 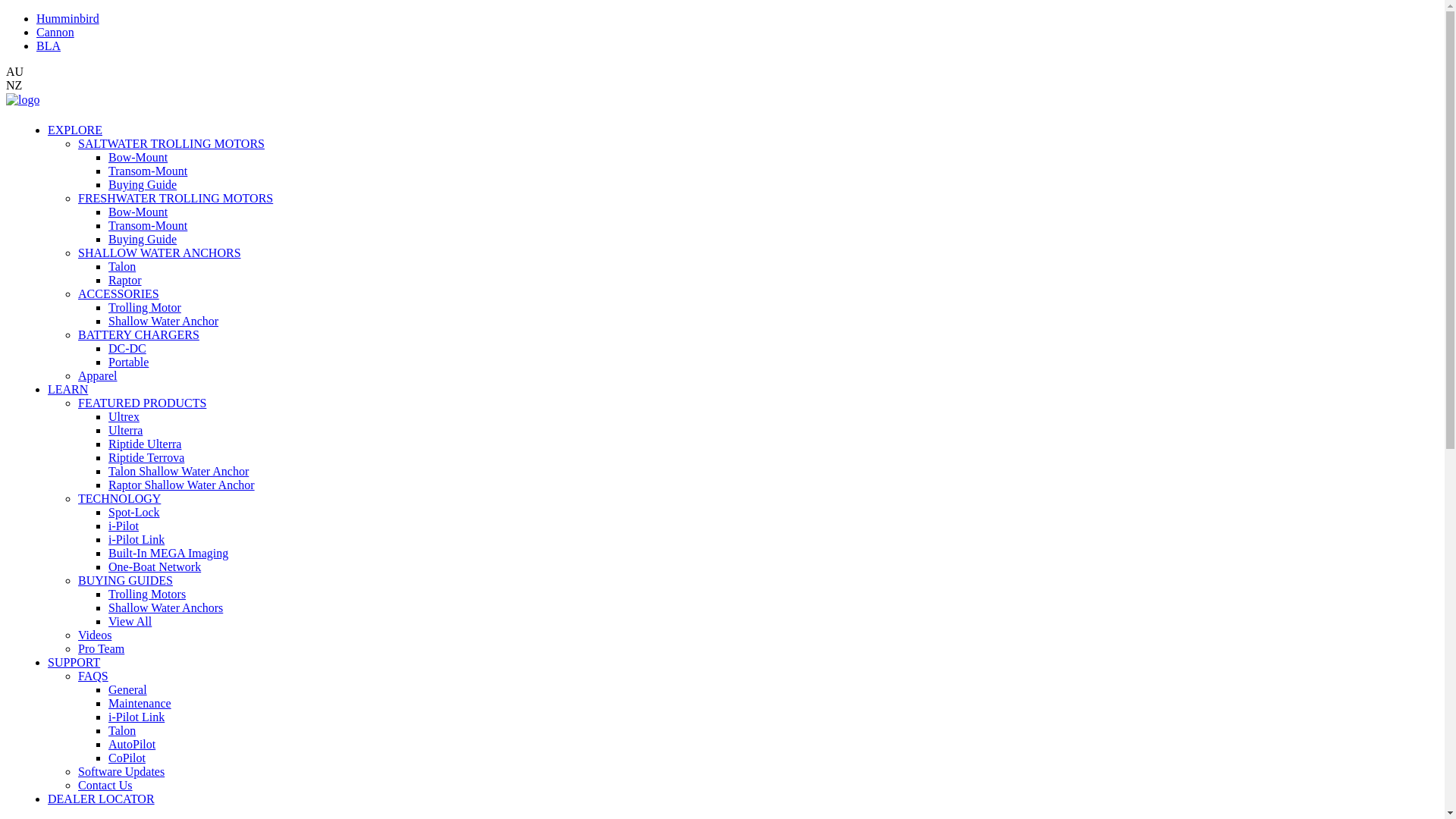 I want to click on 'Transom-Mount', so click(x=148, y=225).